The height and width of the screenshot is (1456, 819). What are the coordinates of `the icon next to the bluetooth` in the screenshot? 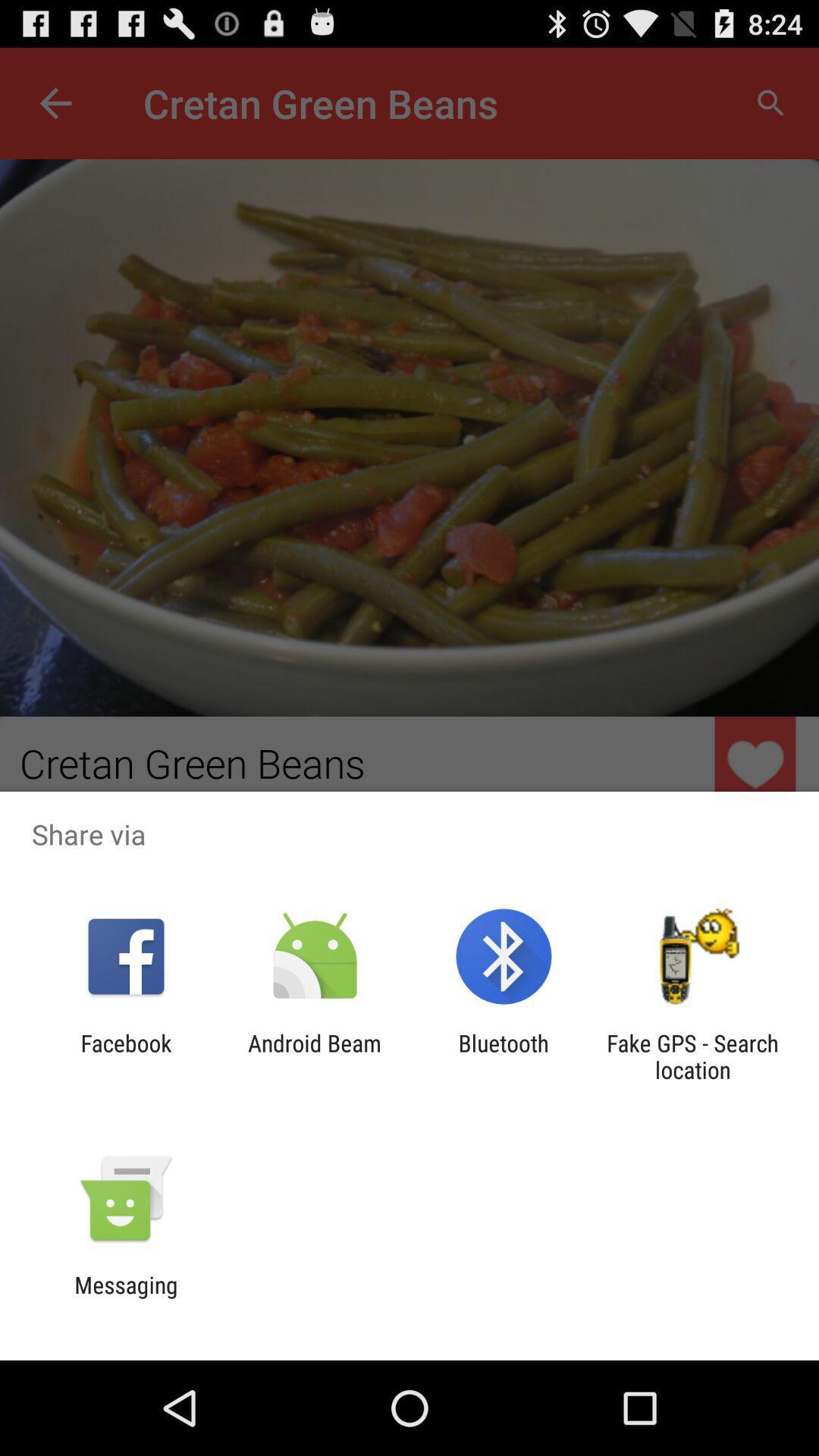 It's located at (692, 1056).